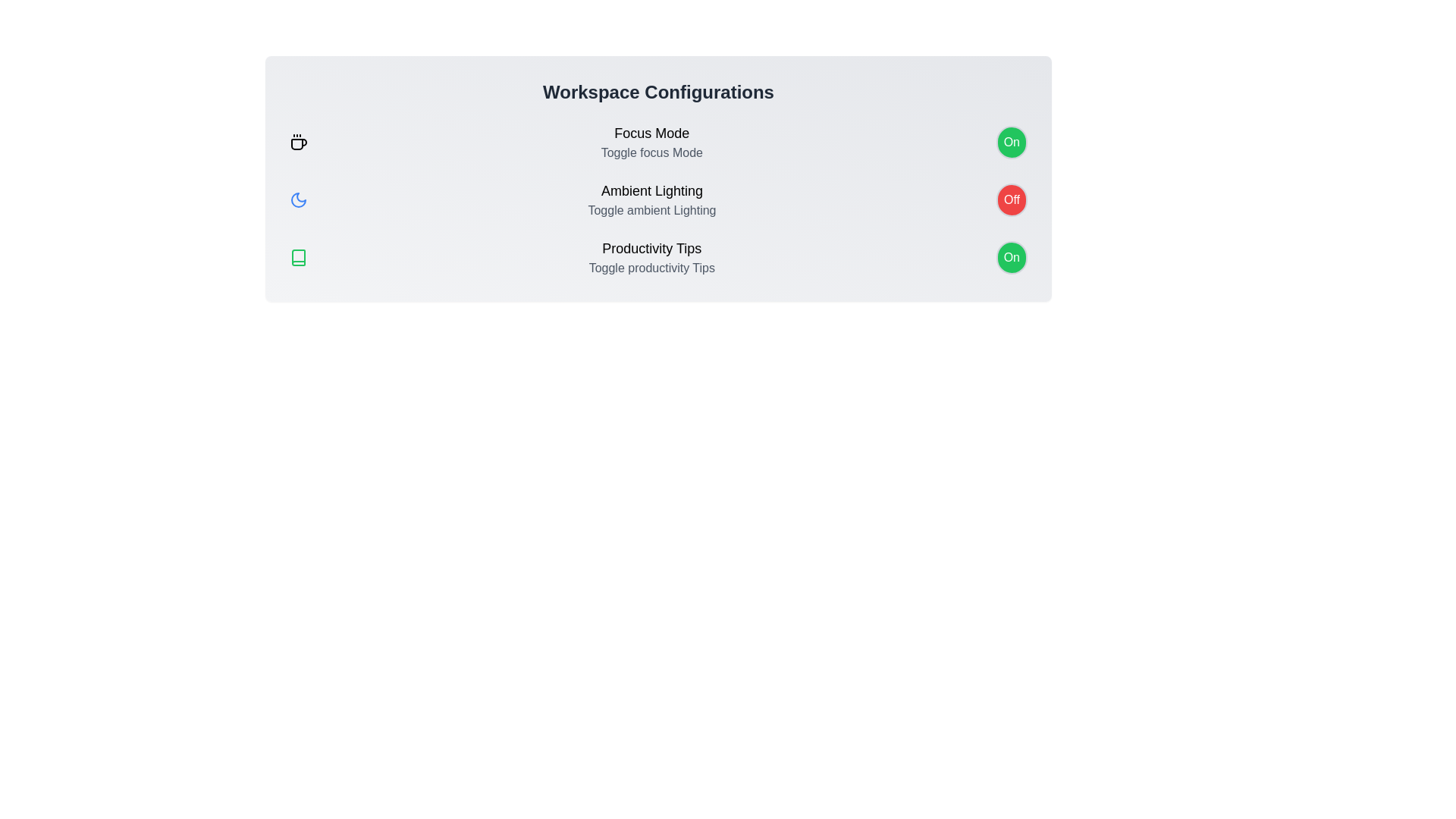 The width and height of the screenshot is (1456, 819). What do you see at coordinates (651, 190) in the screenshot?
I see `the text of Ambient Lighting` at bounding box center [651, 190].